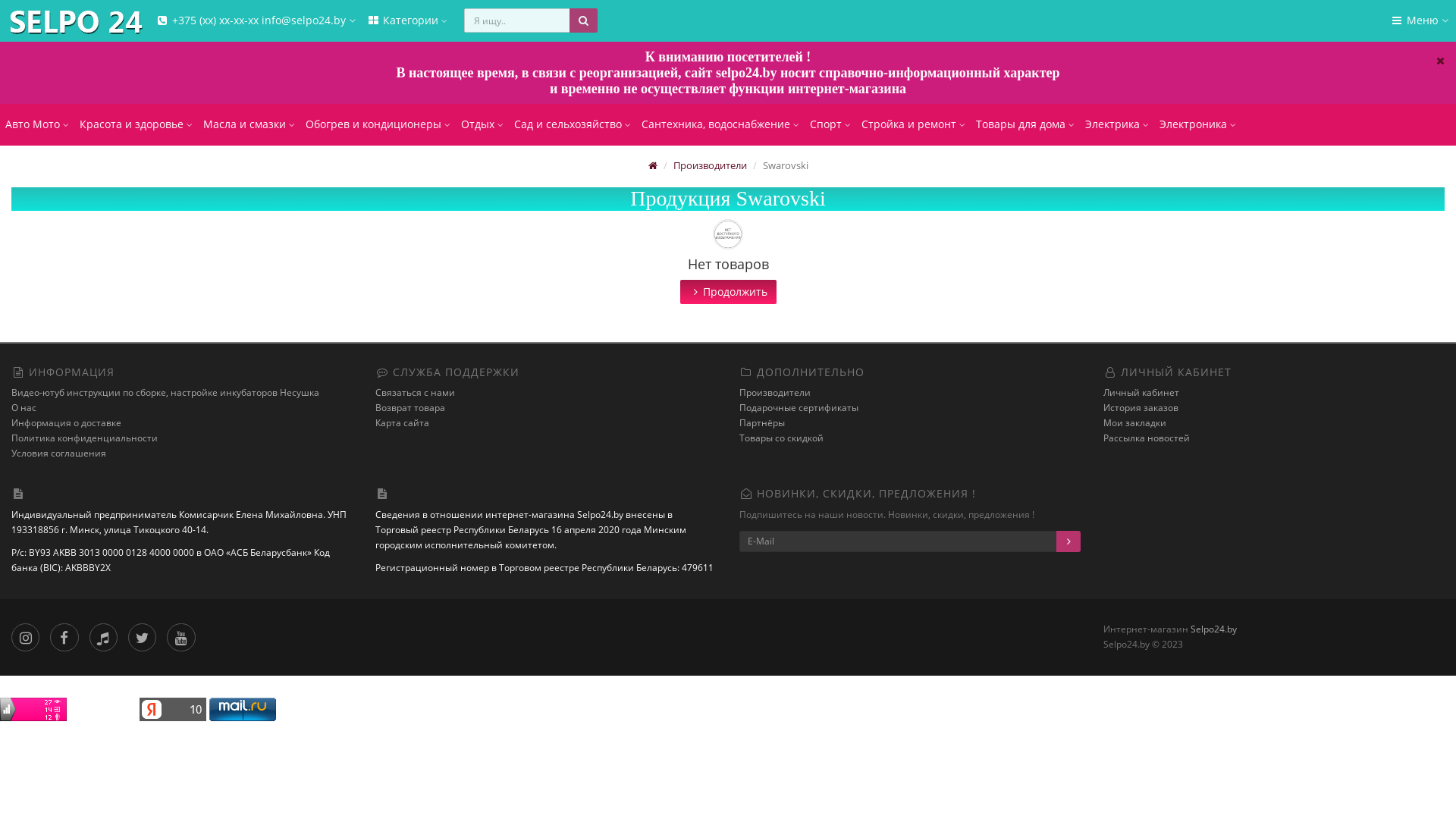  Describe the element at coordinates (3, 22) in the screenshot. I see `'Selpo24.by'` at that location.